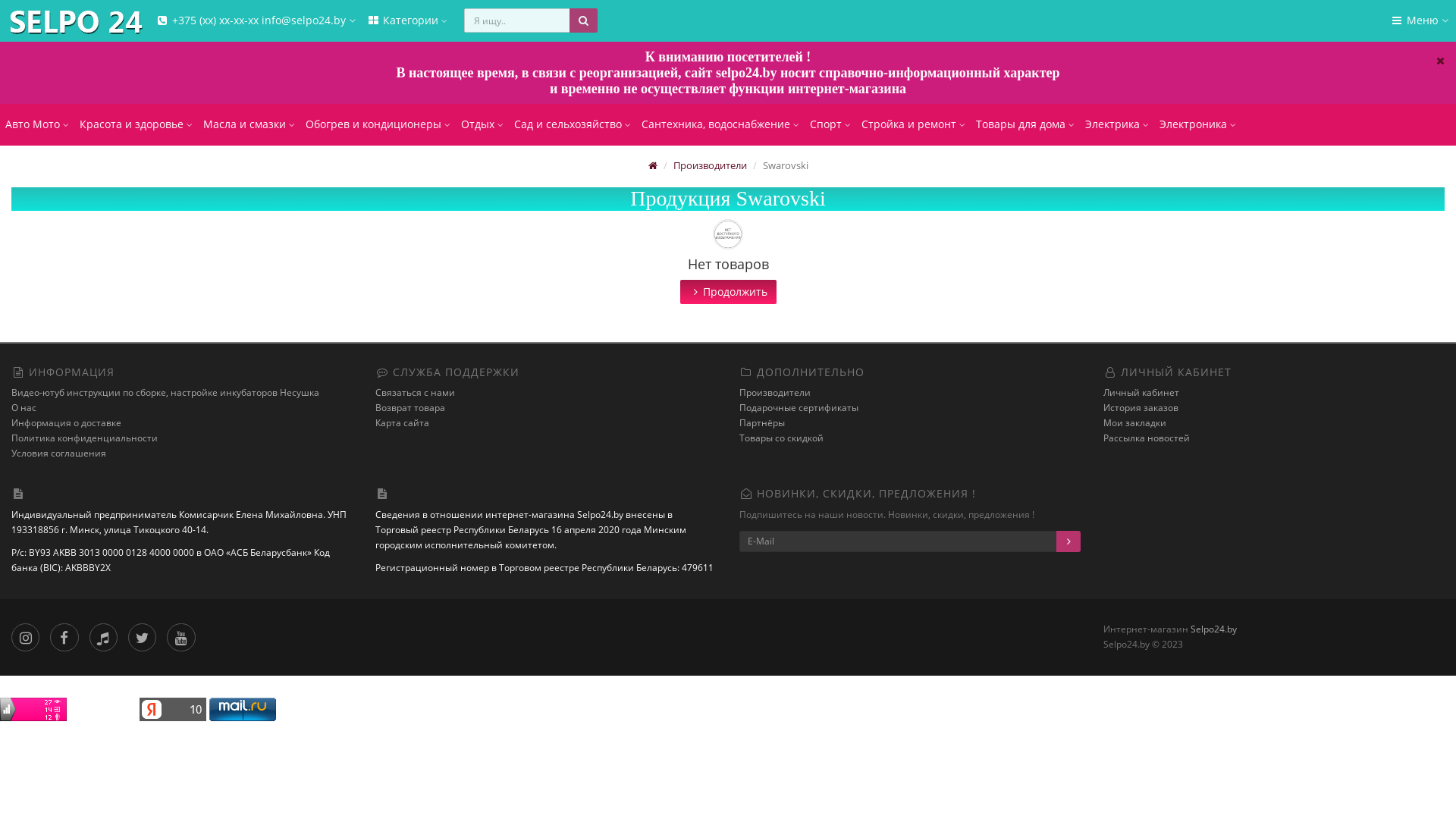  Describe the element at coordinates (3, 22) in the screenshot. I see `'Selpo24.by'` at that location.